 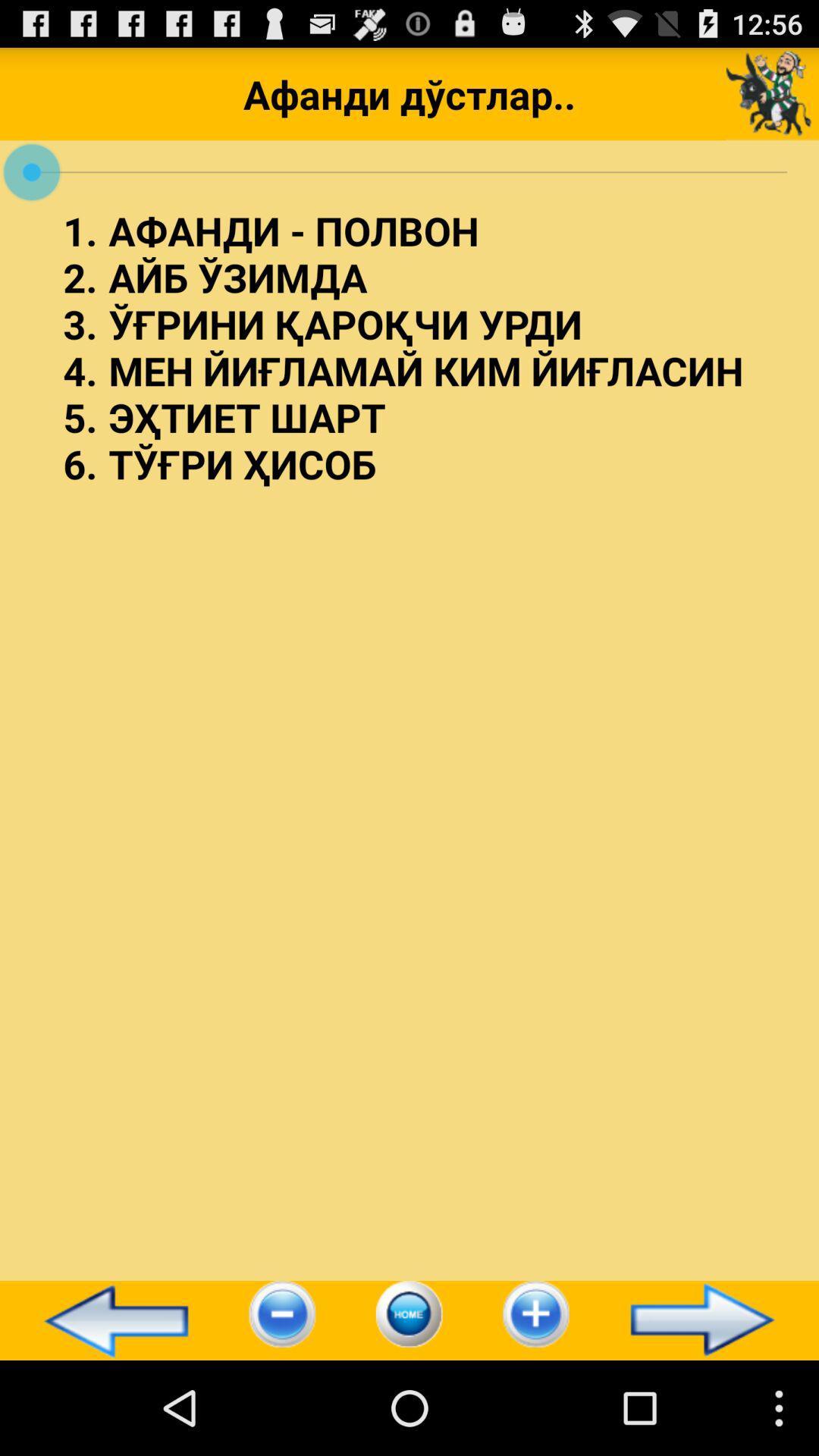 I want to click on item at the bottom left corner, so click(x=108, y=1319).